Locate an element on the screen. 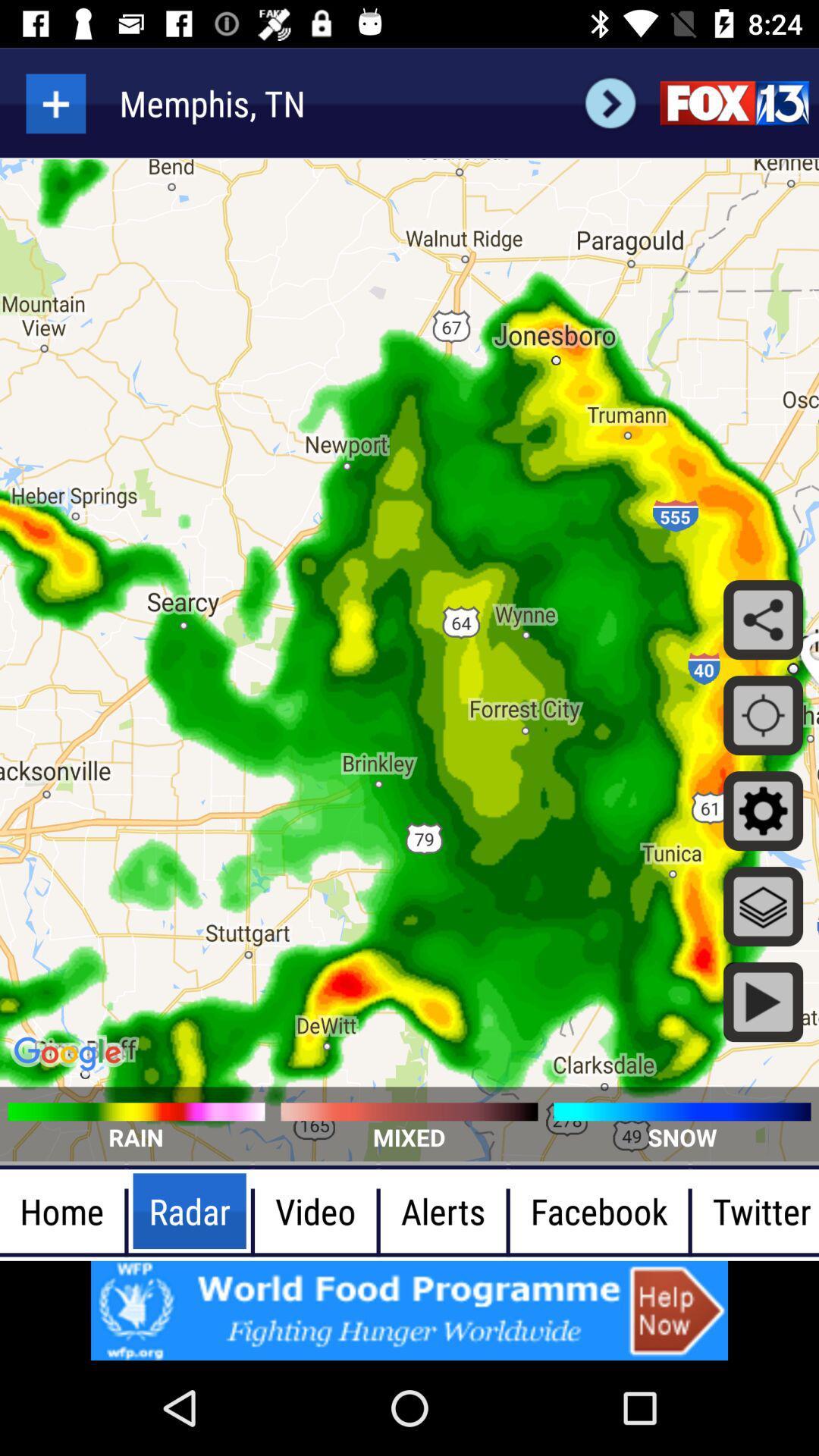  acount is located at coordinates (55, 102).